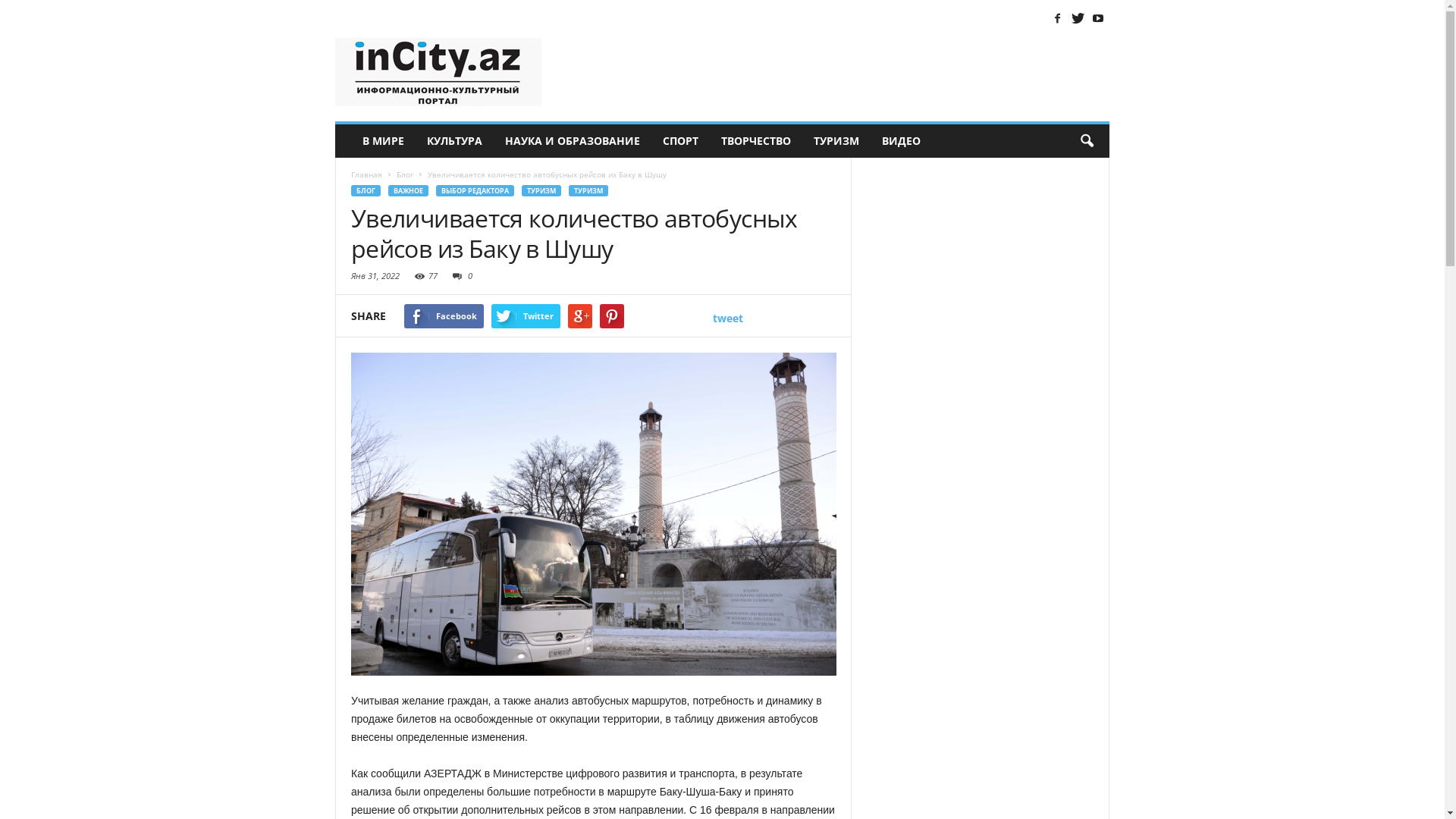 The image size is (1456, 819). What do you see at coordinates (833, 72) in the screenshot?
I see `'Advertisement'` at bounding box center [833, 72].